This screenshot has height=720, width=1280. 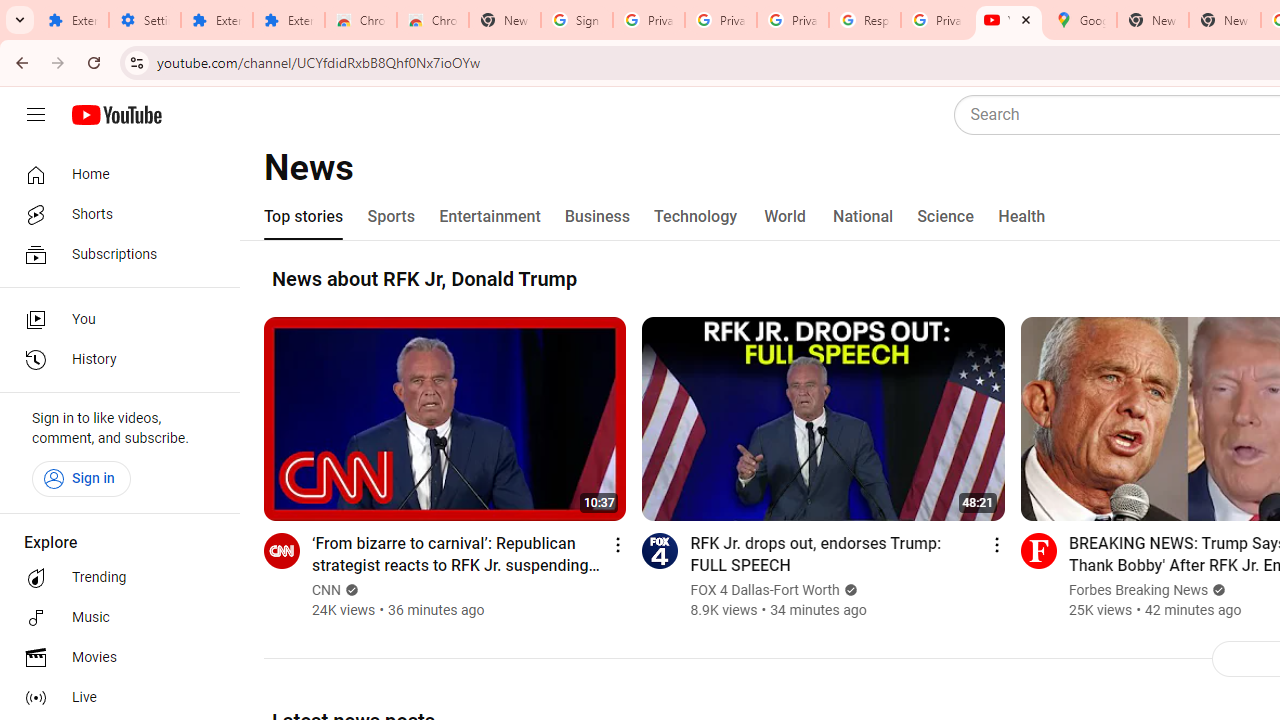 What do you see at coordinates (112, 617) in the screenshot?
I see `'Music'` at bounding box center [112, 617].